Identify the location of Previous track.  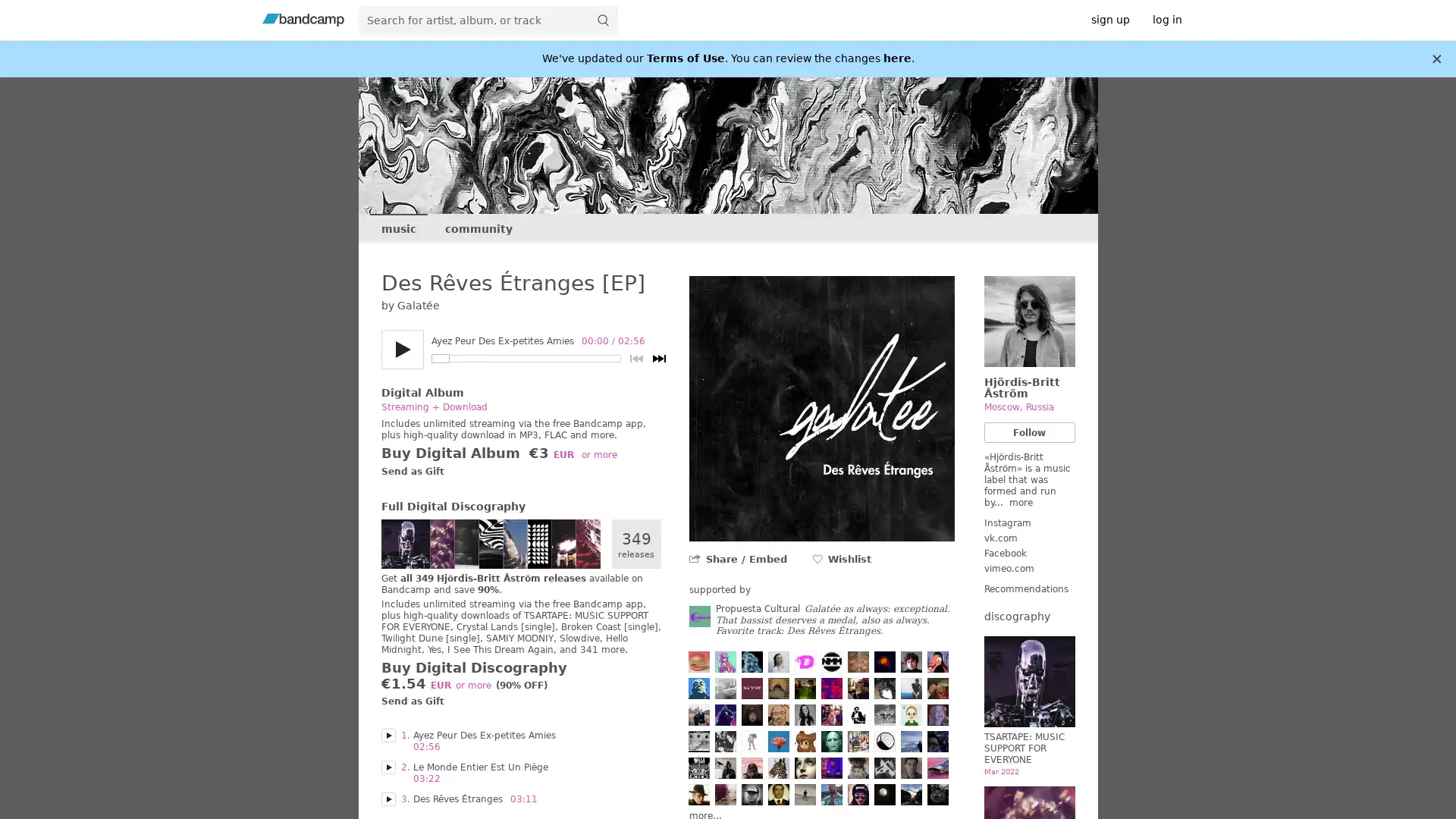
(635, 359).